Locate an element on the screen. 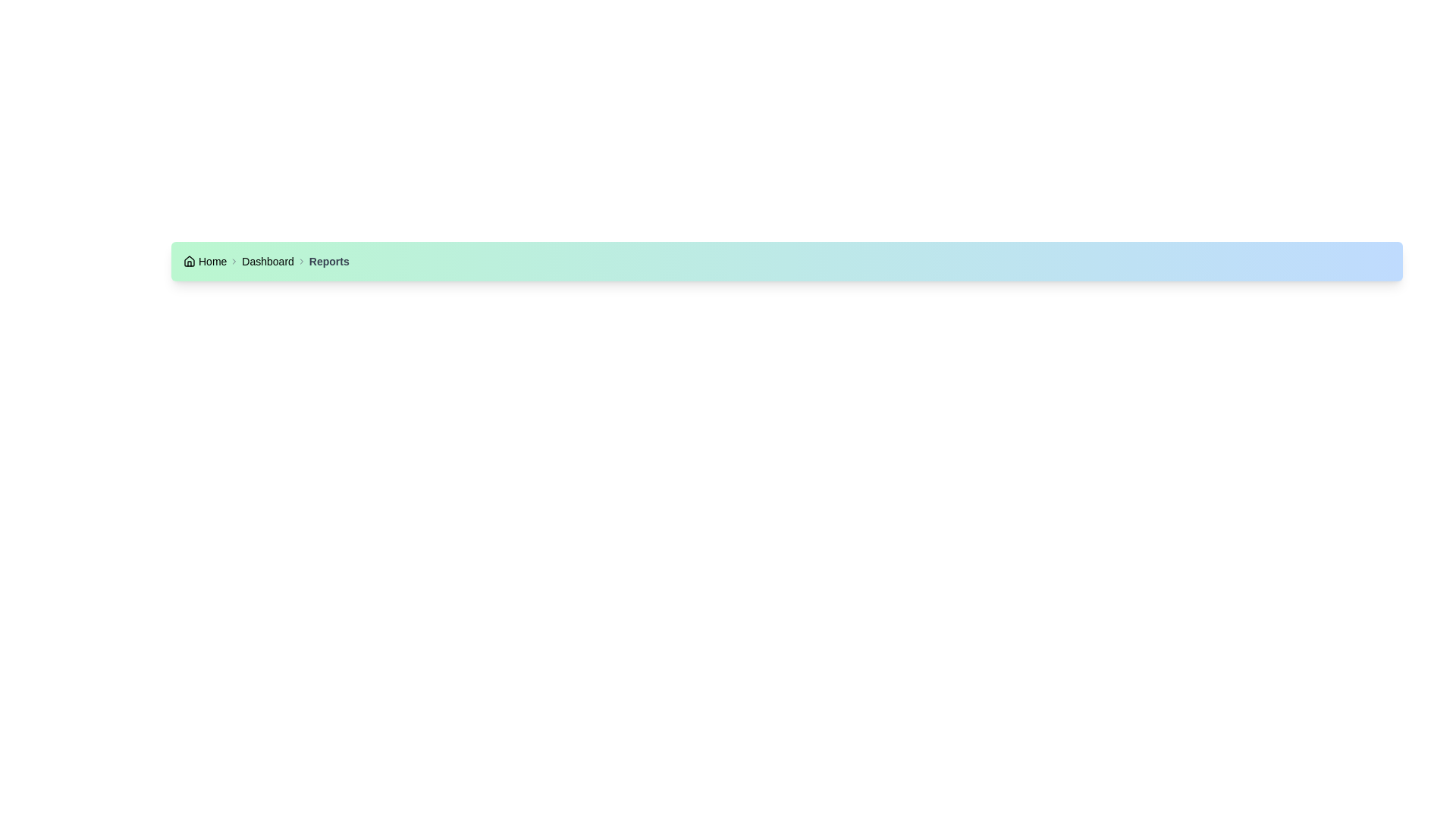  the 'Home' text label in the breadcrumb navigation bar is located at coordinates (212, 260).